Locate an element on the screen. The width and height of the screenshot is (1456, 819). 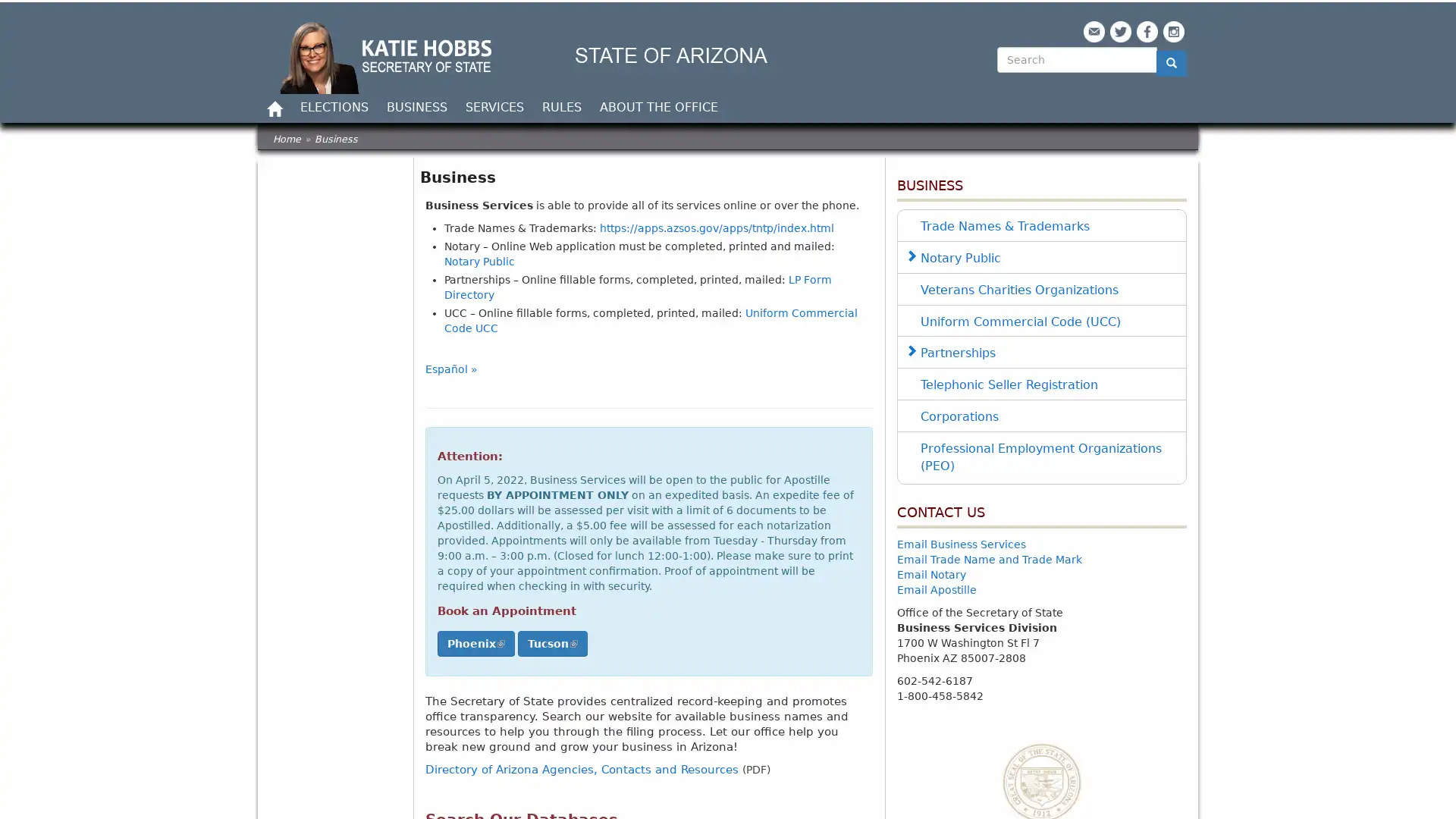
Search is located at coordinates (1007, 86).